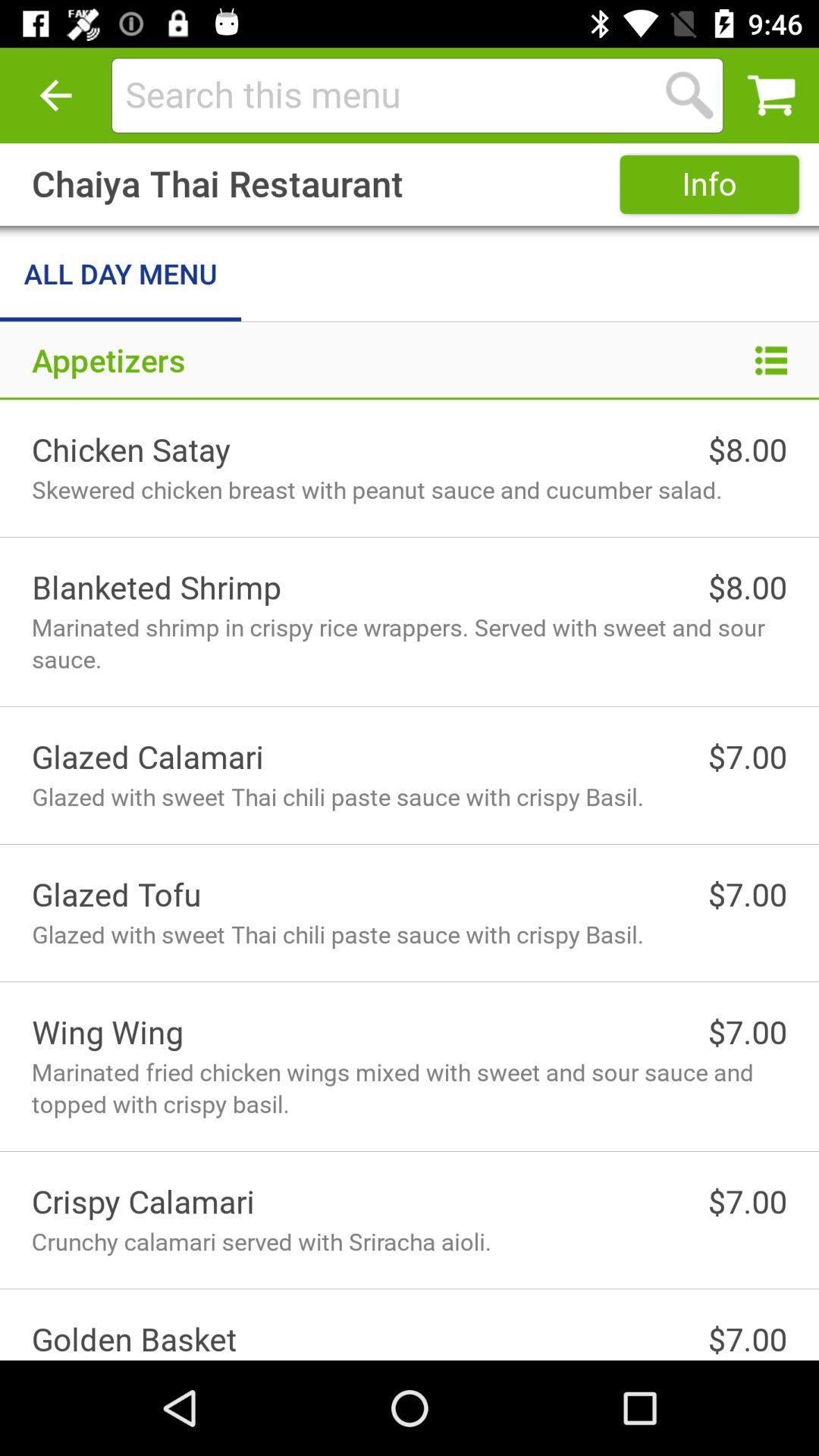 The width and height of the screenshot is (819, 1456). I want to click on search icon, so click(689, 94).